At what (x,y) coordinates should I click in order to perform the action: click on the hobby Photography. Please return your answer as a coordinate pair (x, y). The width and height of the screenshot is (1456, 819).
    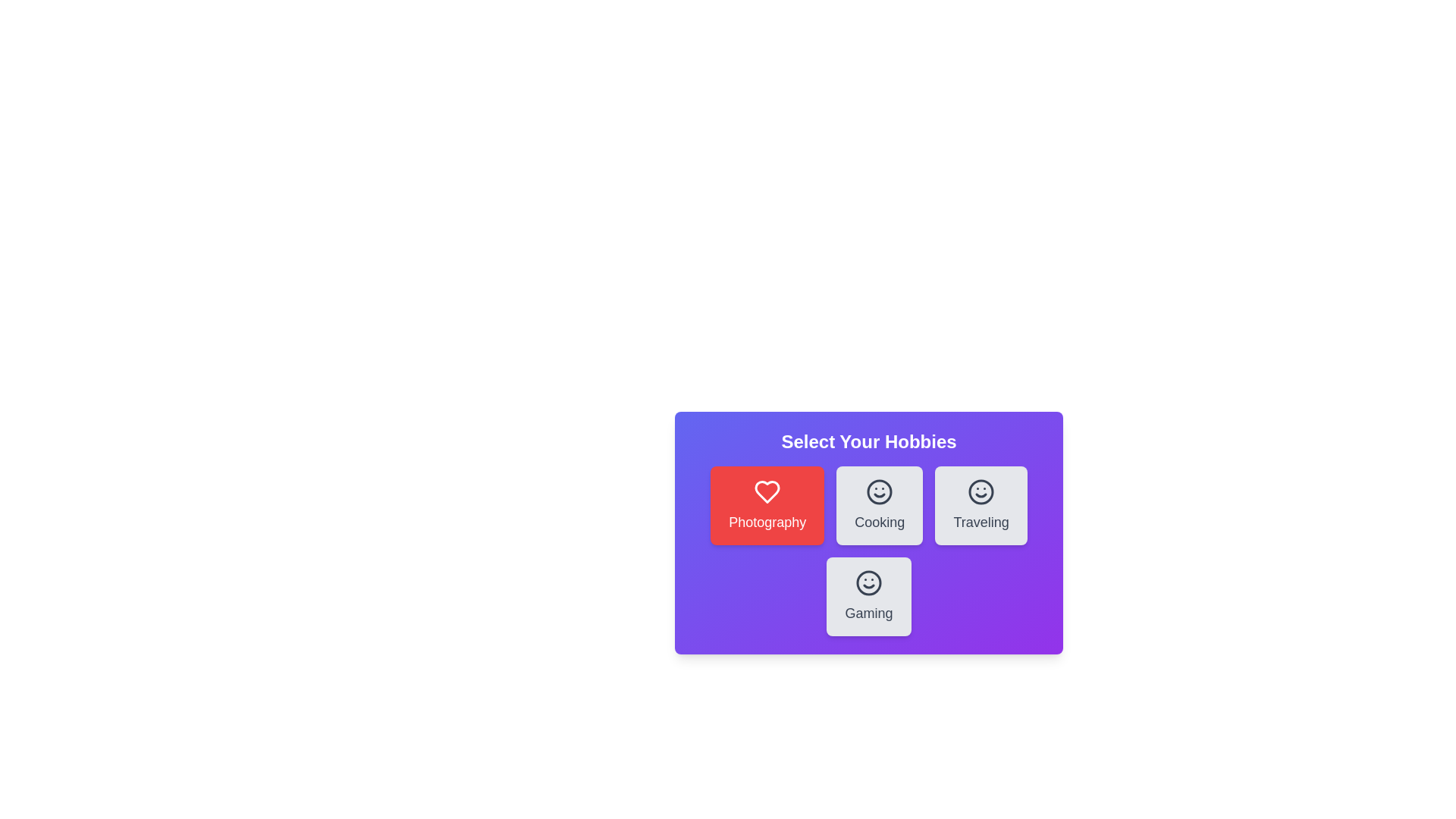
    Looking at the image, I should click on (767, 506).